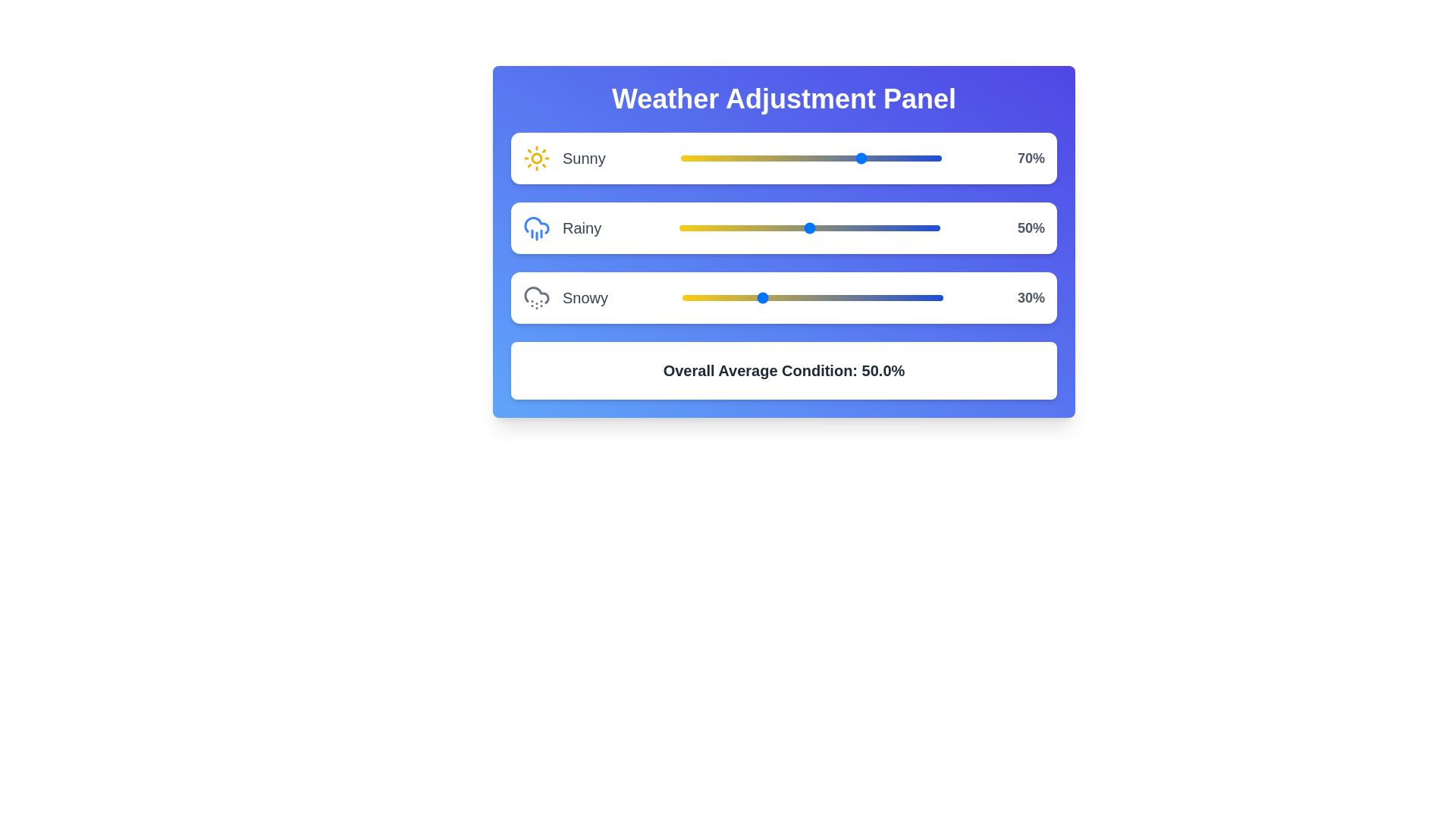  I want to click on the Interactive weather adjustment panel, so click(783, 241).